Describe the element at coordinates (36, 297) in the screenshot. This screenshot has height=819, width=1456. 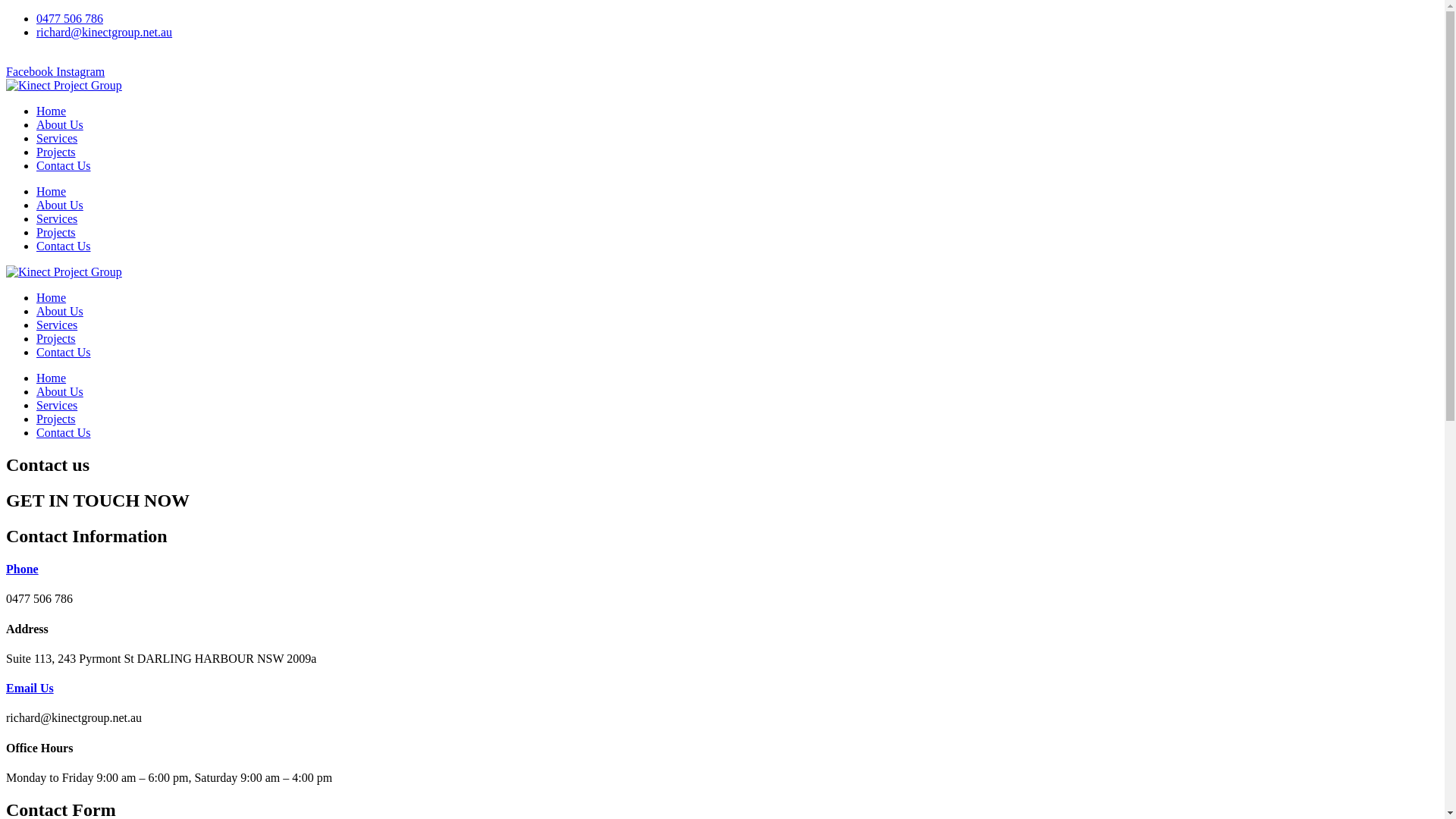
I see `'Home'` at that location.